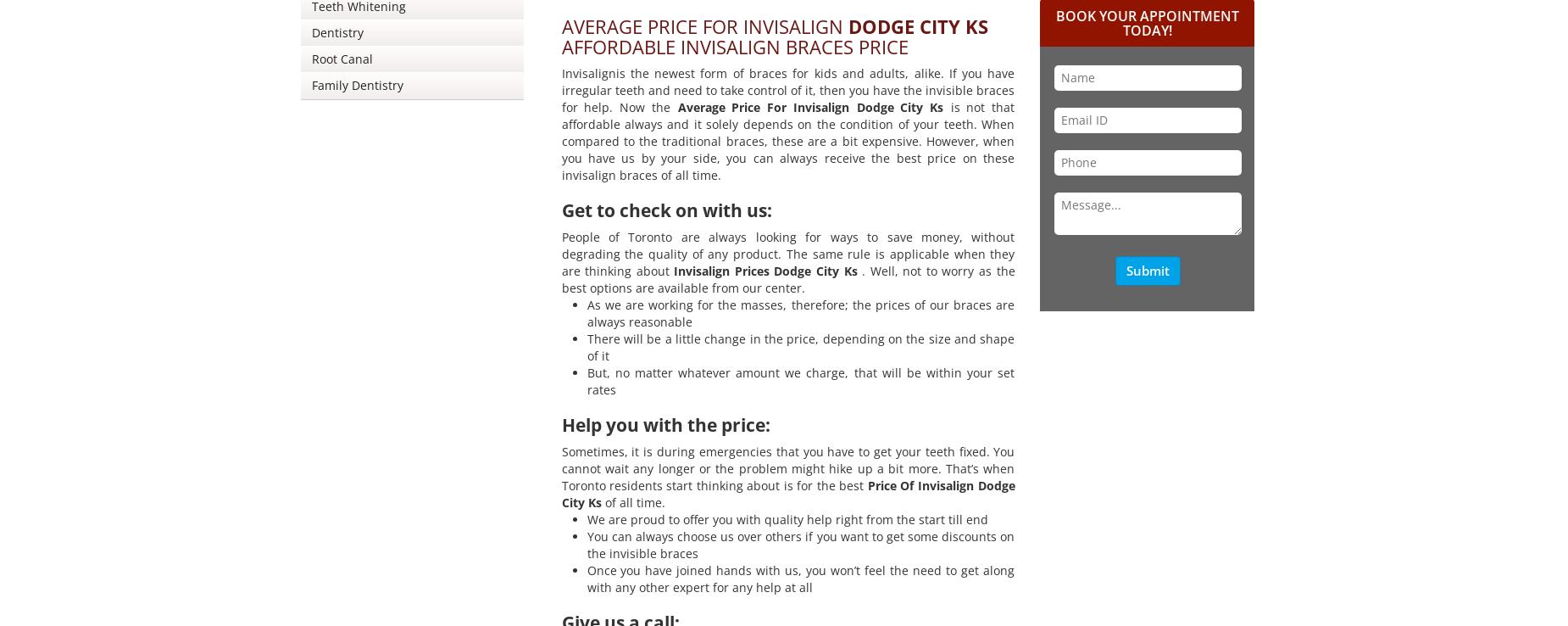 Image resolution: width=1568 pixels, height=626 pixels. What do you see at coordinates (787, 467) in the screenshot?
I see `'Sometimes, it is during emergencies that you have to get your teeth fixed. You cannot wait any longer or the problem might hike up a bit more. That’s when Toronto residents start thinking about is for the best'` at bounding box center [787, 467].